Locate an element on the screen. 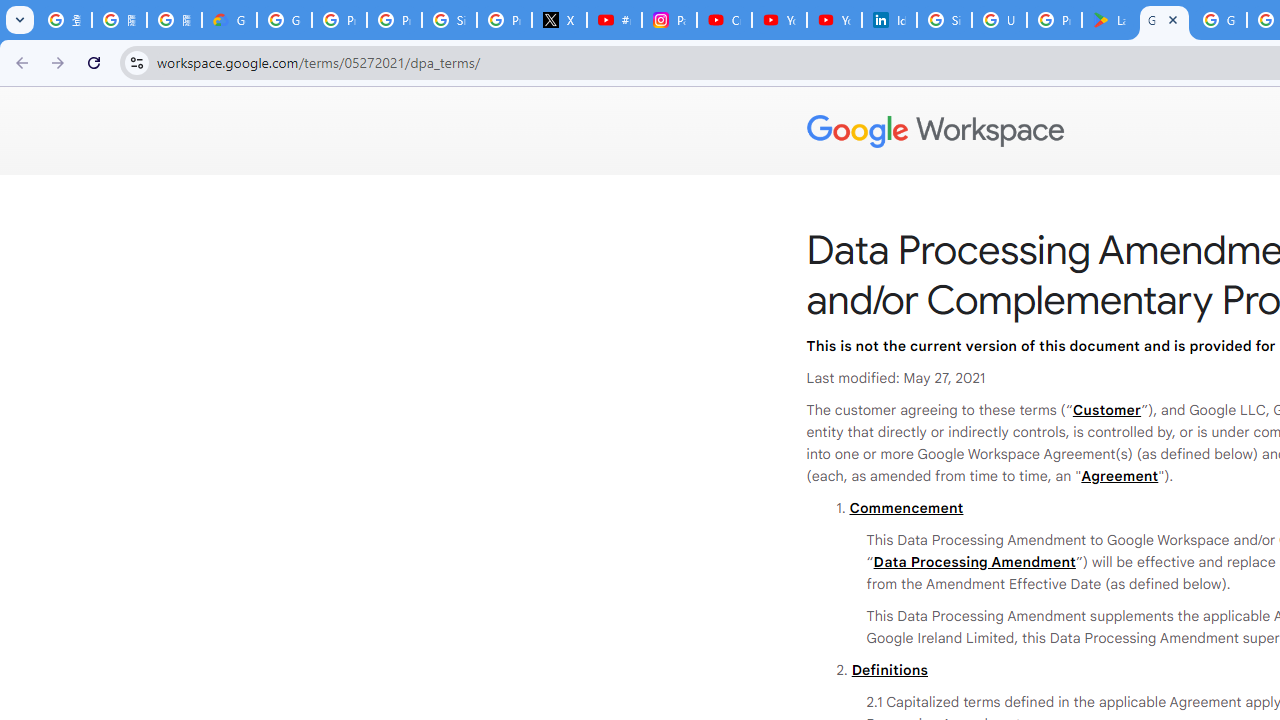 This screenshot has width=1280, height=720. 'YouTube Culture & Trends - YouTube Top 10, 2021' is located at coordinates (833, 20).